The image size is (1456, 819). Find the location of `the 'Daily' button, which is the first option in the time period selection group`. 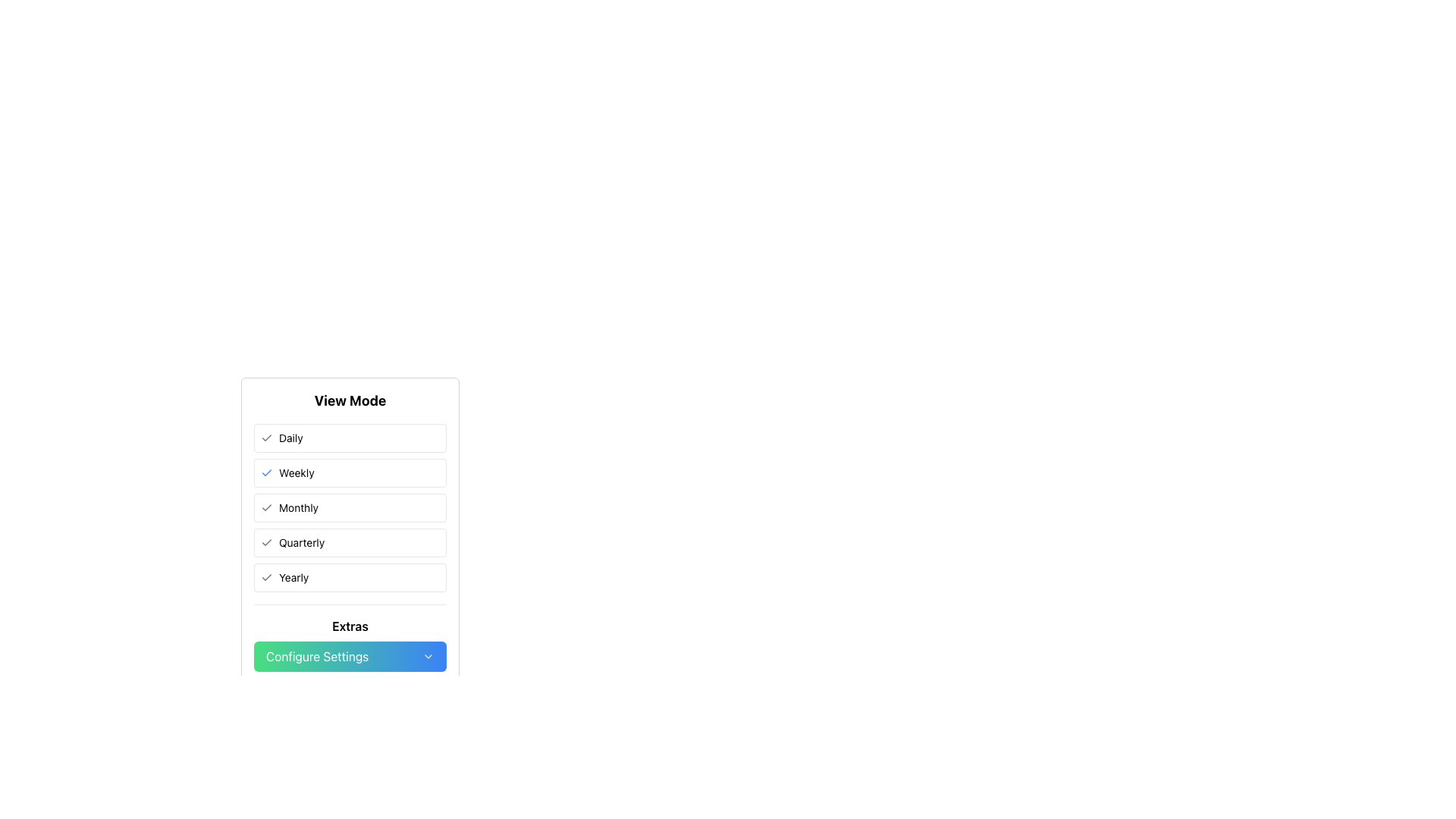

the 'Daily' button, which is the first option in the time period selection group is located at coordinates (349, 438).